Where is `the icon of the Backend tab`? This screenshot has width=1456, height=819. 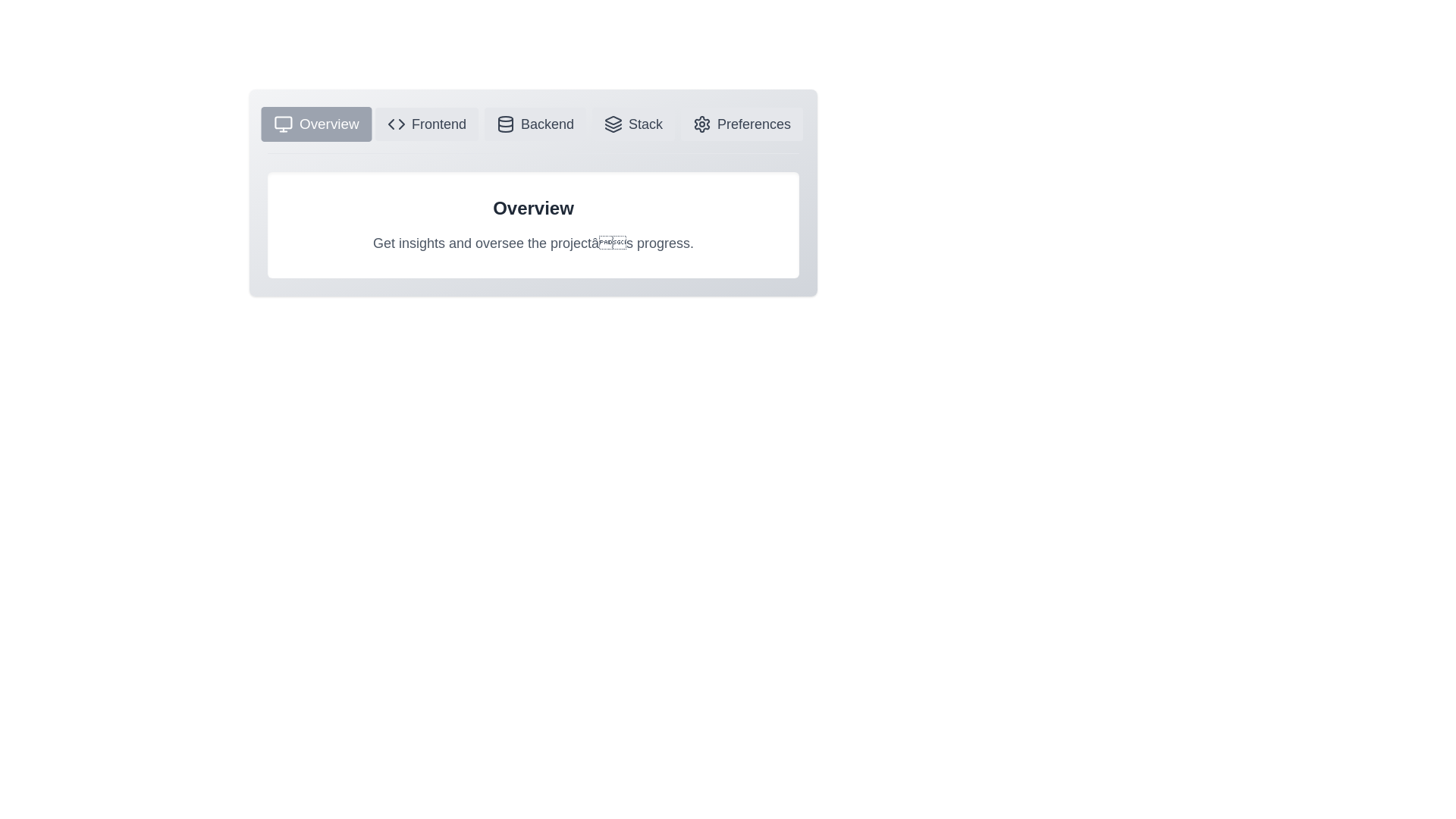
the icon of the Backend tab is located at coordinates (535, 124).